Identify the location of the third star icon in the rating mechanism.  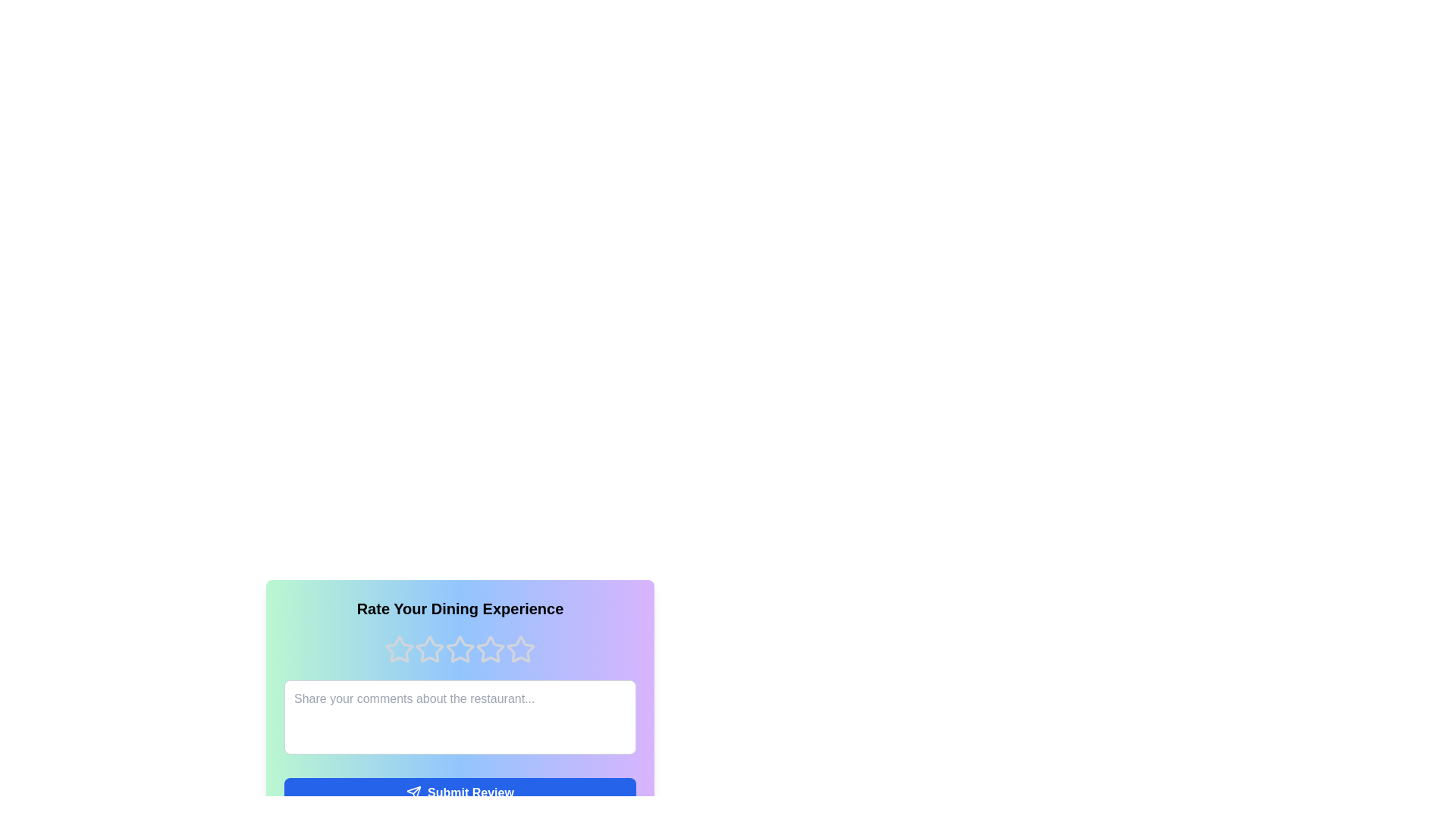
(459, 648).